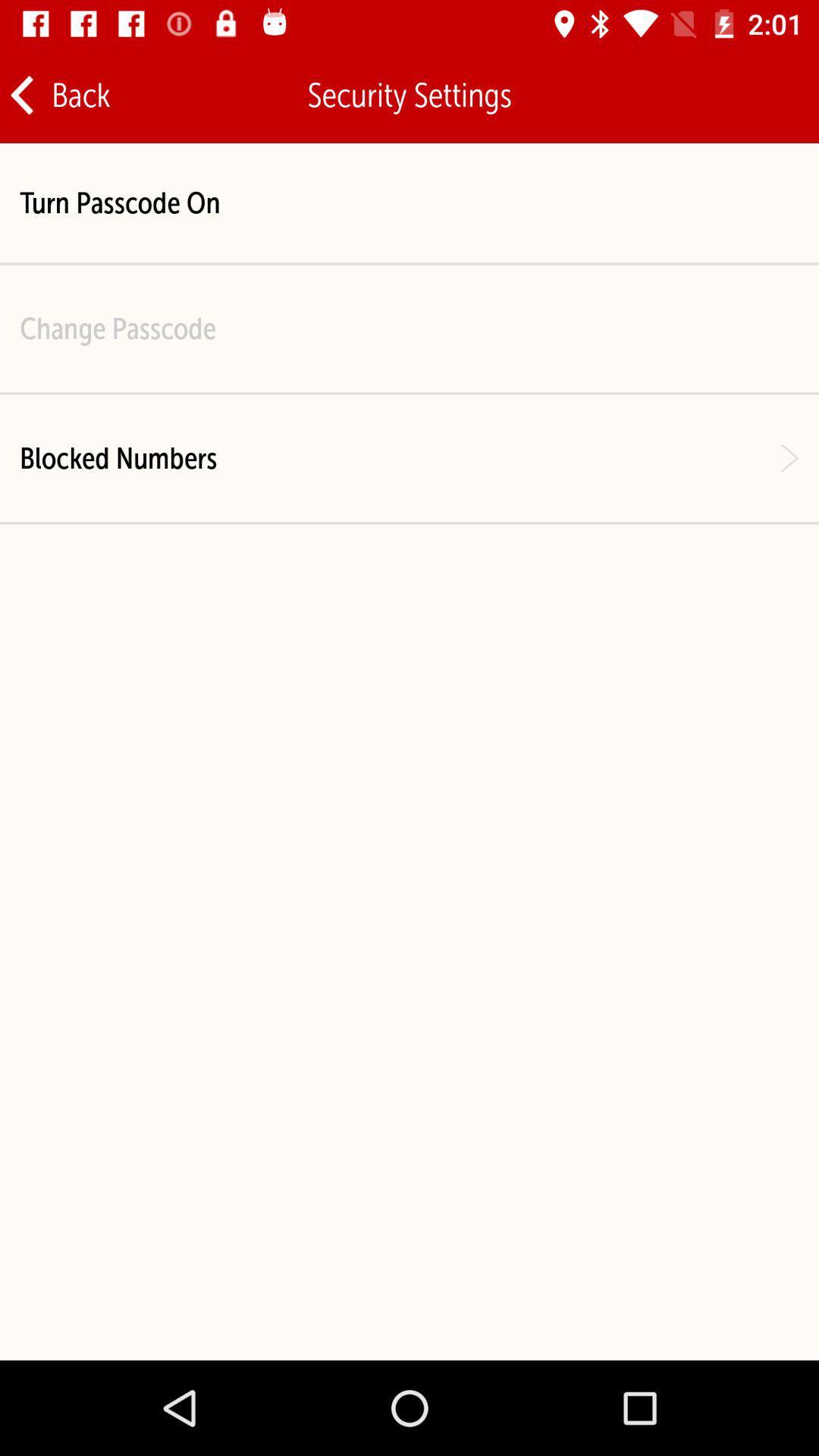 The width and height of the screenshot is (819, 1456). Describe the element at coordinates (119, 202) in the screenshot. I see `the icon above change passcode` at that location.